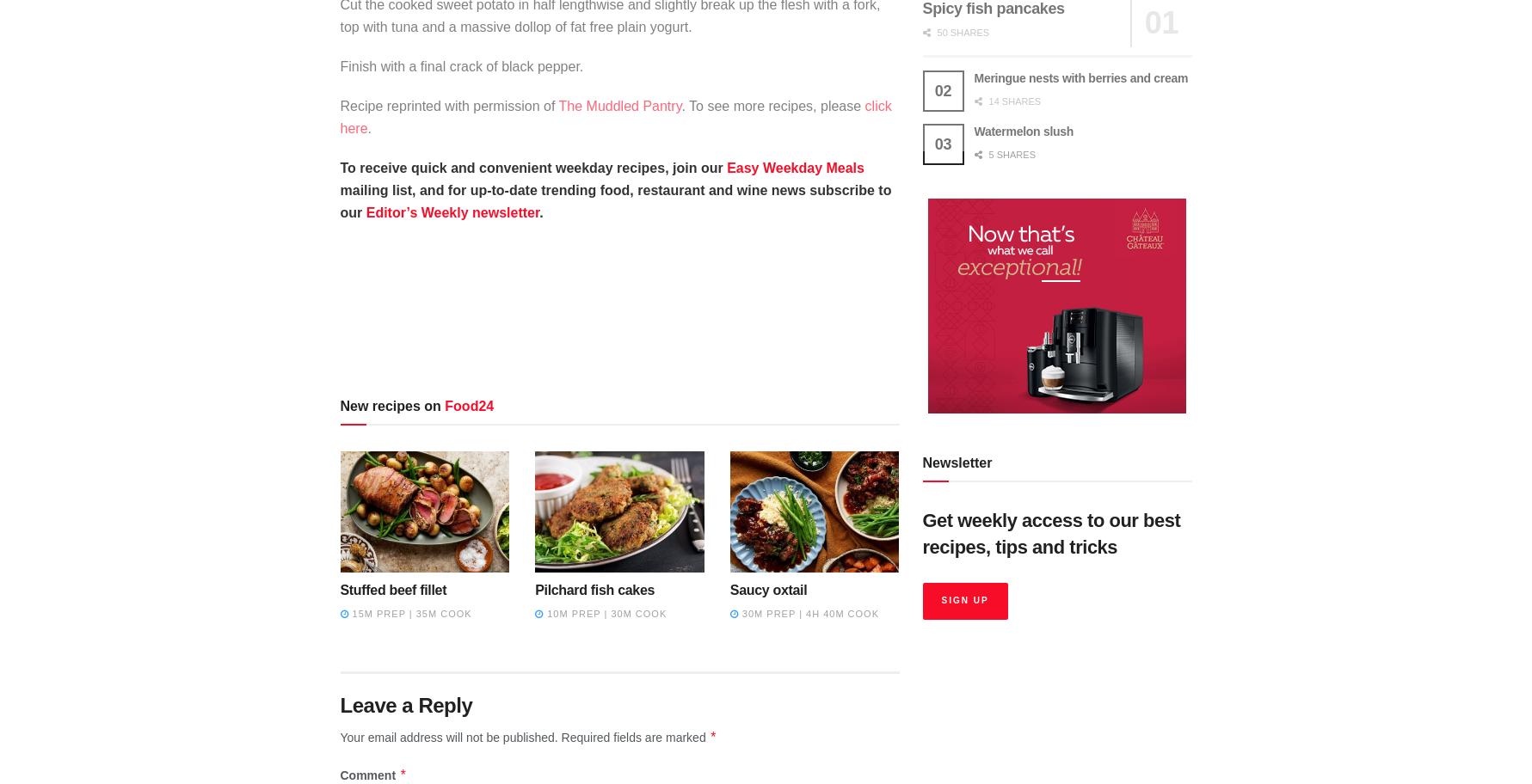  Describe the element at coordinates (956, 462) in the screenshot. I see `'Newsletter'` at that location.